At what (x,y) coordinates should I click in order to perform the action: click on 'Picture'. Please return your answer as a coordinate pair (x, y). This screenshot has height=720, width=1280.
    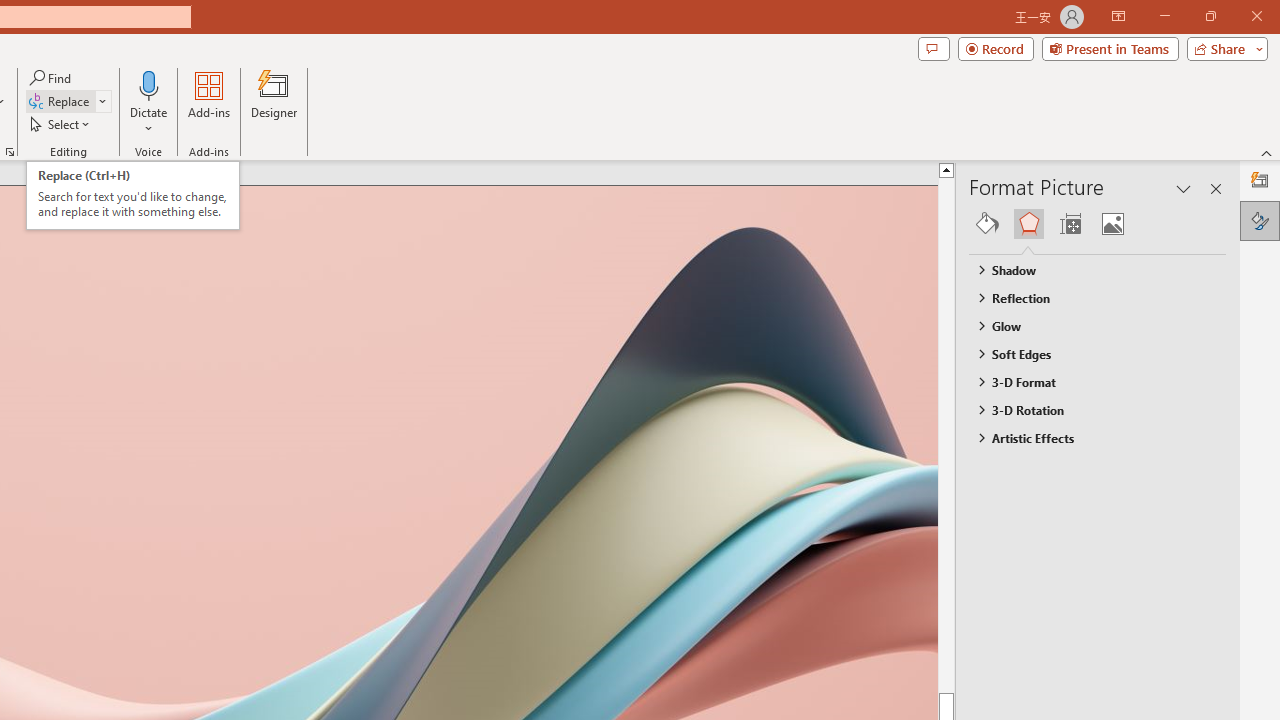
    Looking at the image, I should click on (1111, 223).